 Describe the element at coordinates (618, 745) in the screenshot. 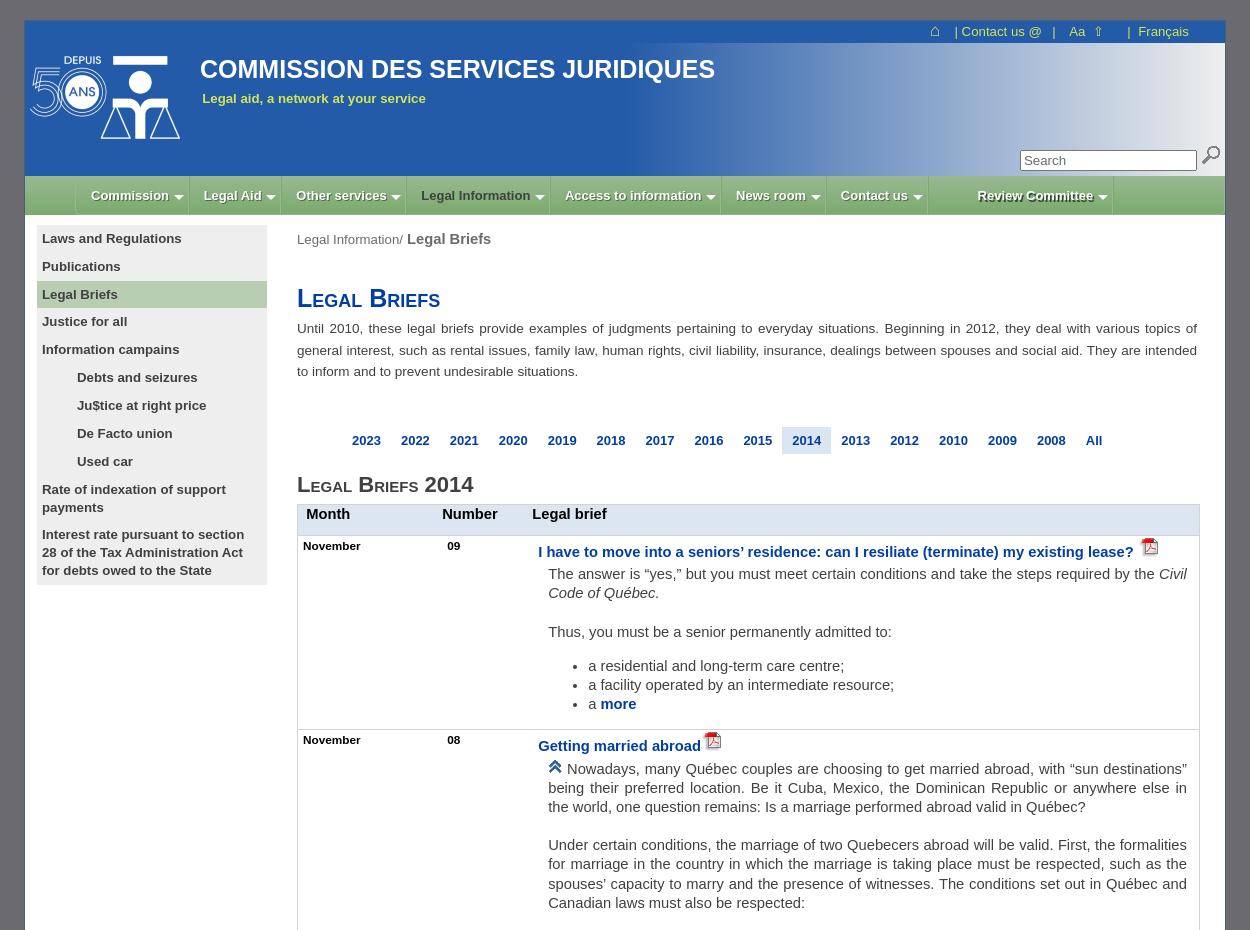

I see `'Getting married abroad'` at that location.